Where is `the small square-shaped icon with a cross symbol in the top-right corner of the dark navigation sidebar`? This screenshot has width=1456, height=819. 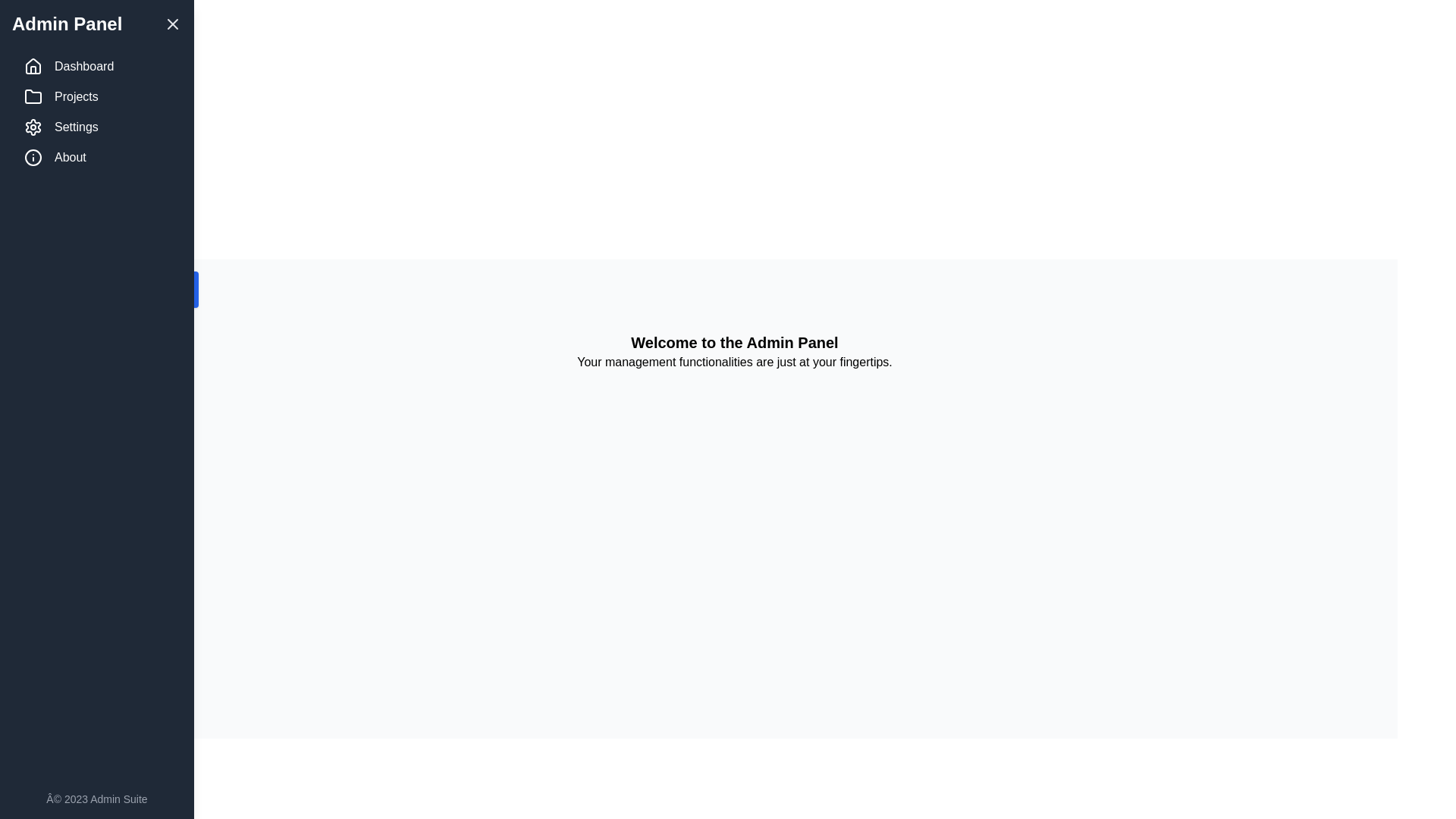
the small square-shaped icon with a cross symbol in the top-right corner of the dark navigation sidebar is located at coordinates (172, 24).